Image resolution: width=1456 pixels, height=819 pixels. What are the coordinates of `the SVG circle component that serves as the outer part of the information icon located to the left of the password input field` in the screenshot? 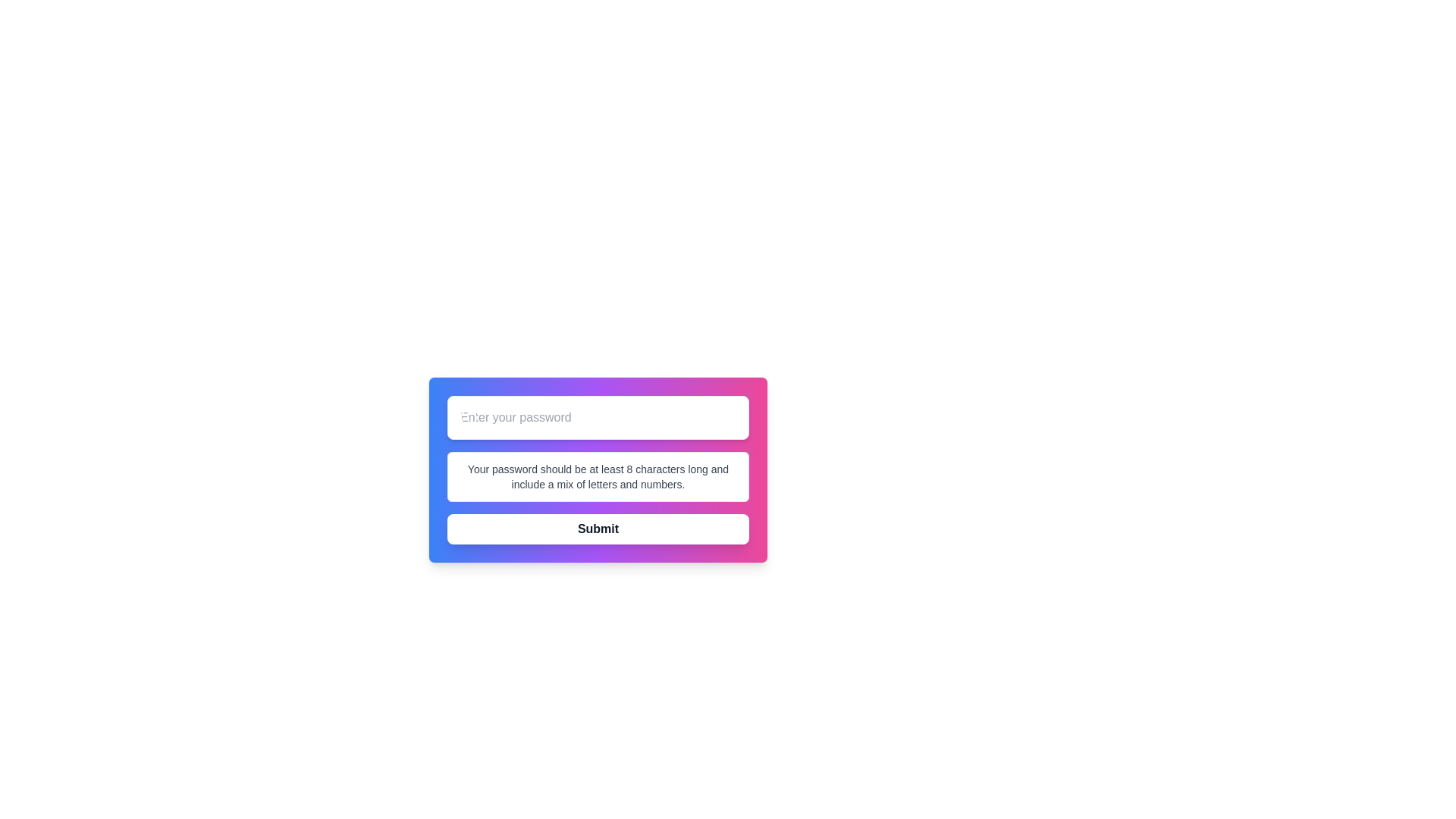 It's located at (468, 418).